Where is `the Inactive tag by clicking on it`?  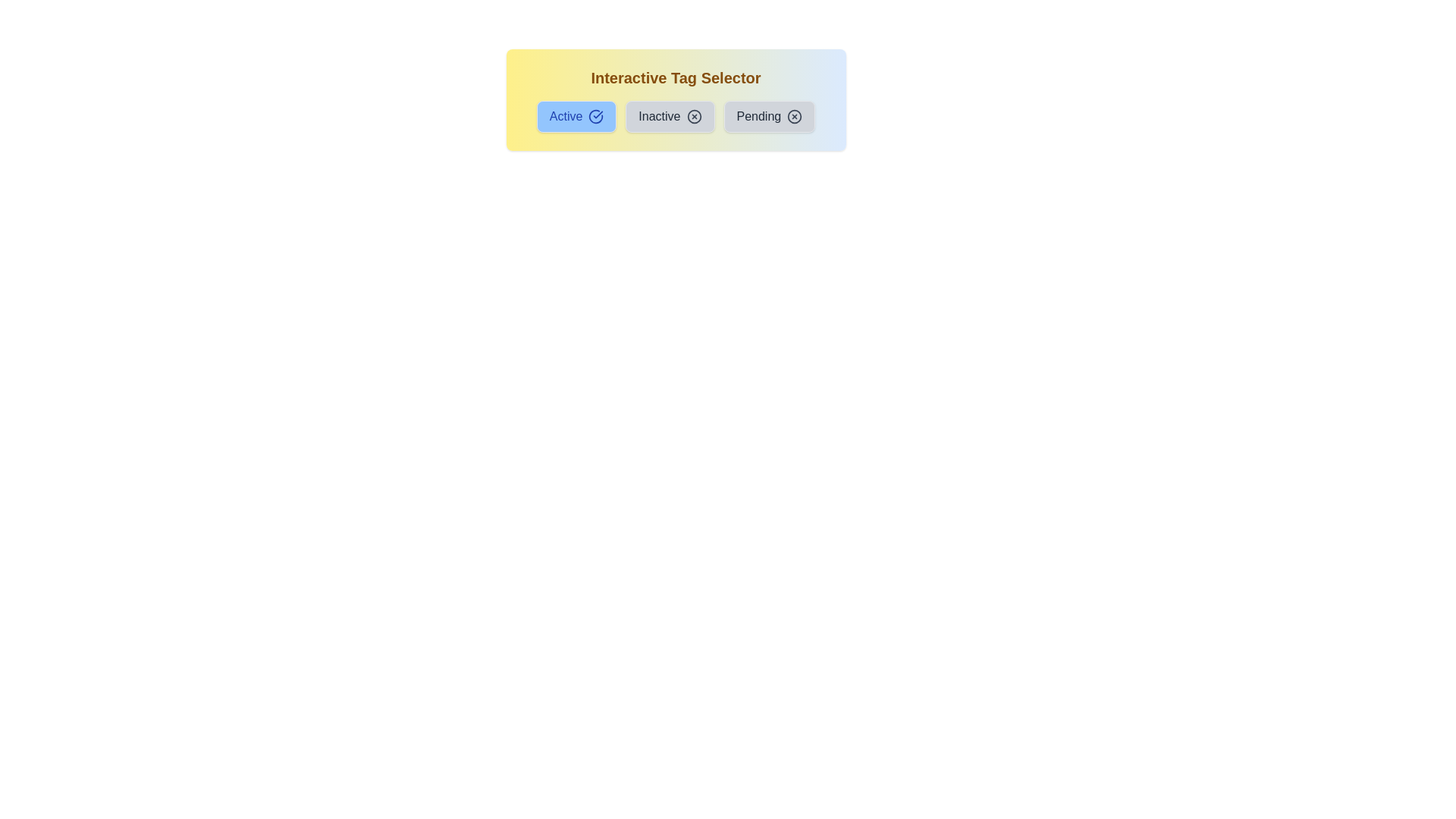 the Inactive tag by clicking on it is located at coordinates (669, 116).